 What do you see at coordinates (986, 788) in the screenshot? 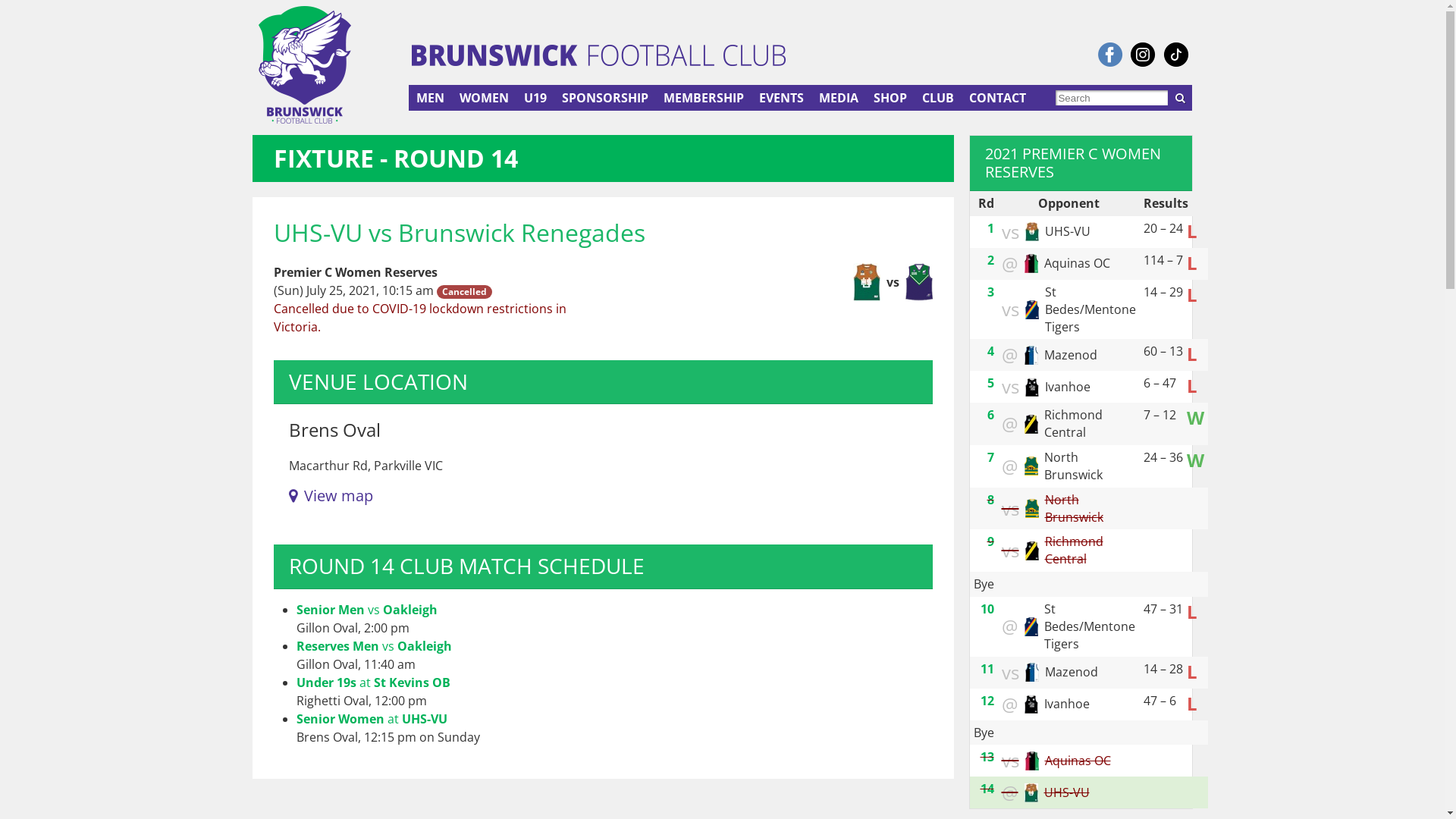
I see `'14'` at bounding box center [986, 788].